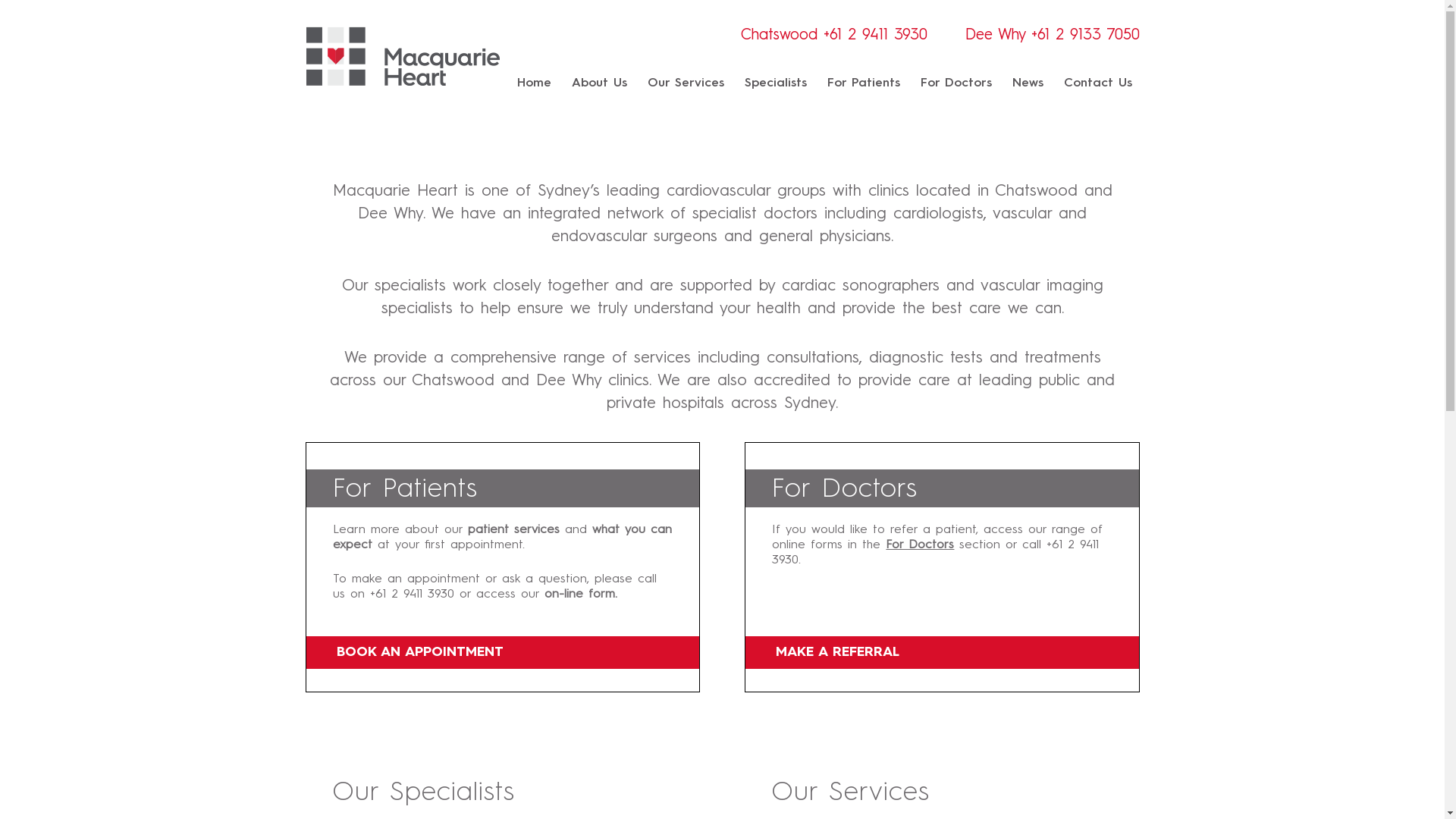 The height and width of the screenshot is (819, 1456). I want to click on 'Specialists', so click(775, 83).